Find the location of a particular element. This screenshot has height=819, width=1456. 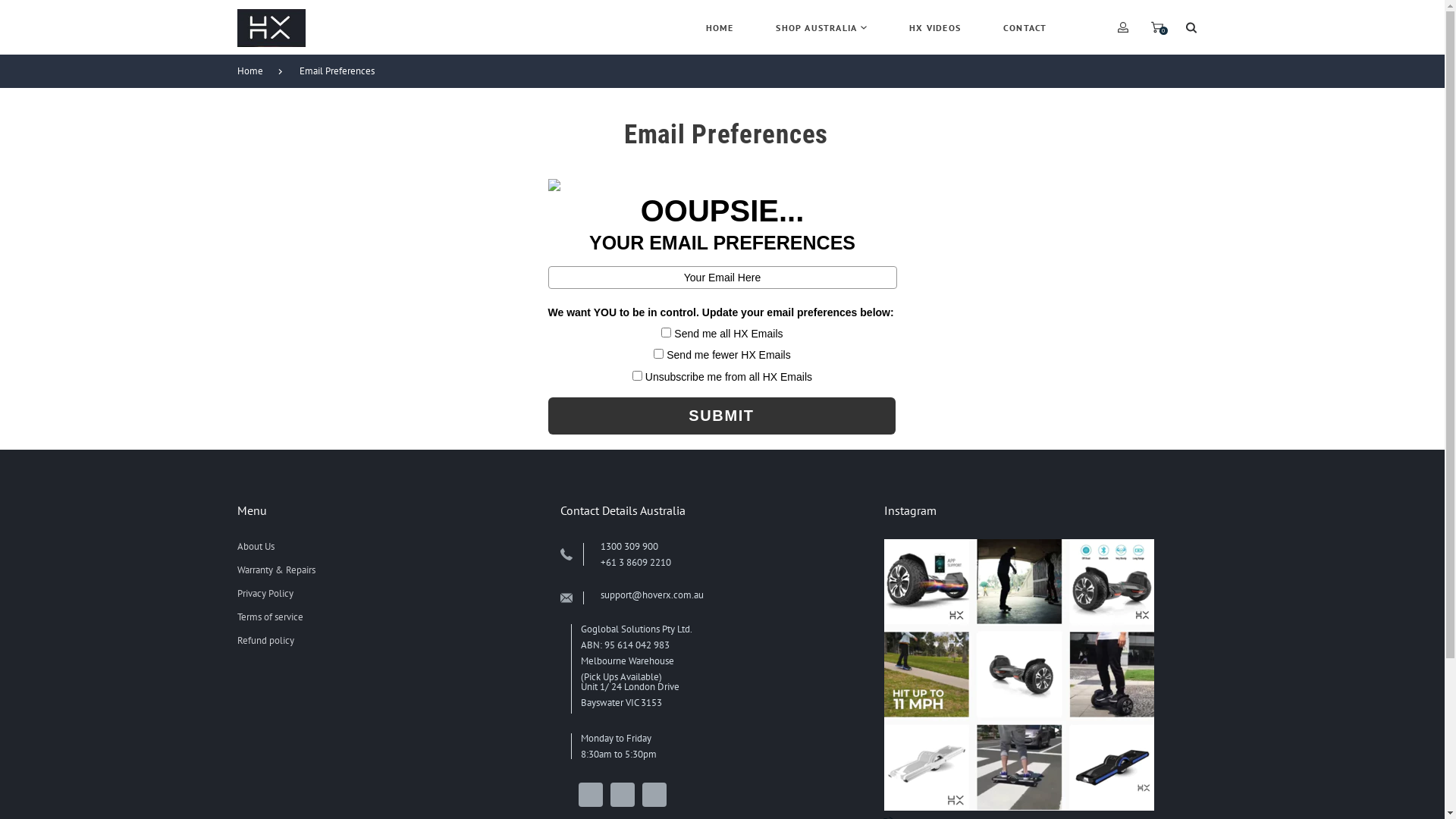

'Privacy Policy' is located at coordinates (265, 592).